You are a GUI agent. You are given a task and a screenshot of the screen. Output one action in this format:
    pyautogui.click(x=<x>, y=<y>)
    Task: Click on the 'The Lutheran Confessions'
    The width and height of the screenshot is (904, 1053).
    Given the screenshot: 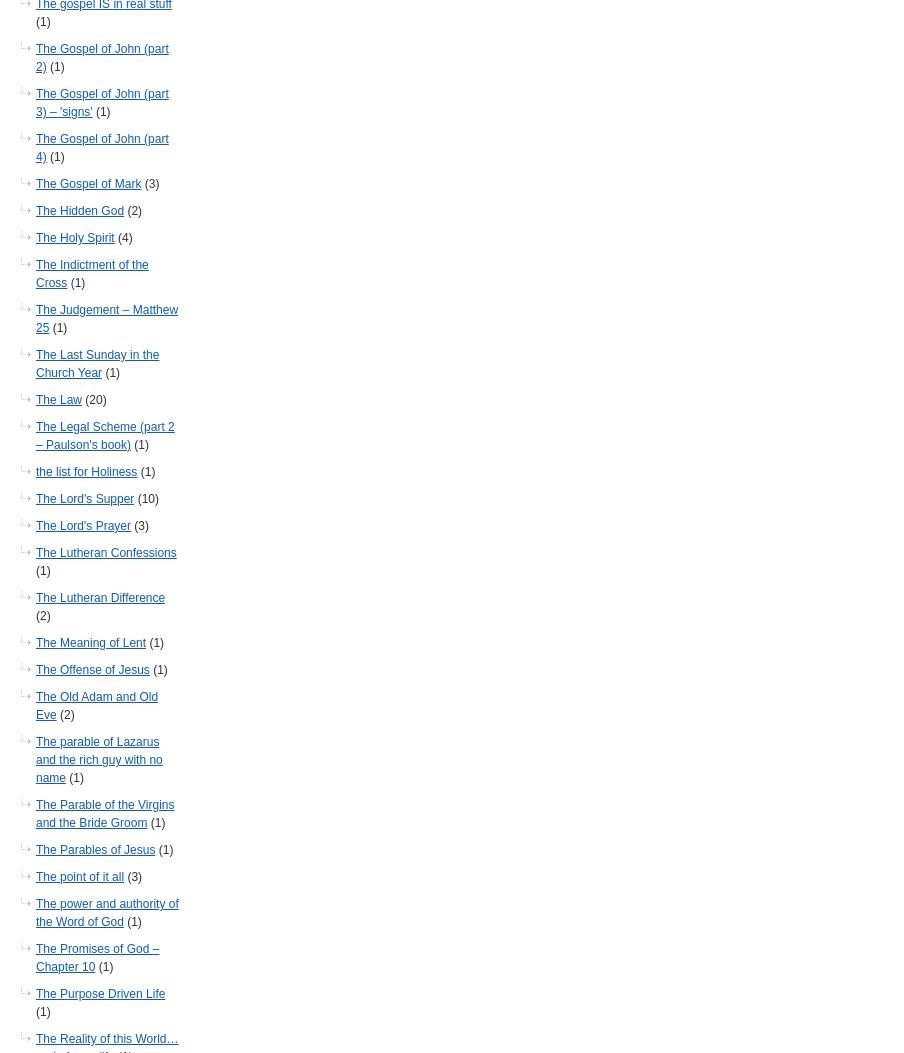 What is the action you would take?
    pyautogui.click(x=106, y=552)
    